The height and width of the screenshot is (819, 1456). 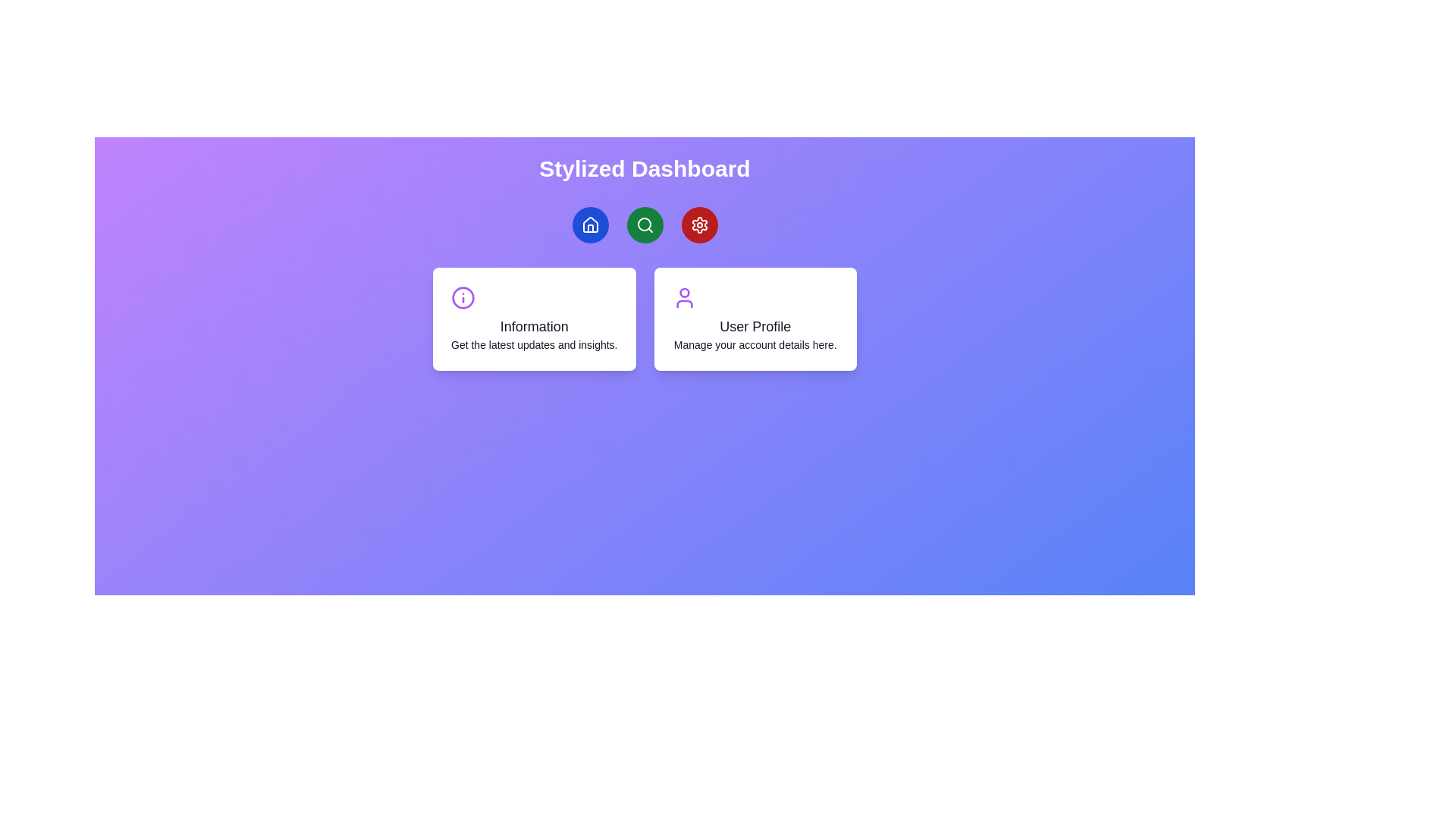 What do you see at coordinates (755, 326) in the screenshot?
I see `the 'User Profile' text label, which is styled with medium font weight and positioned within a white card on the right side of the interface, below a purple user icon` at bounding box center [755, 326].